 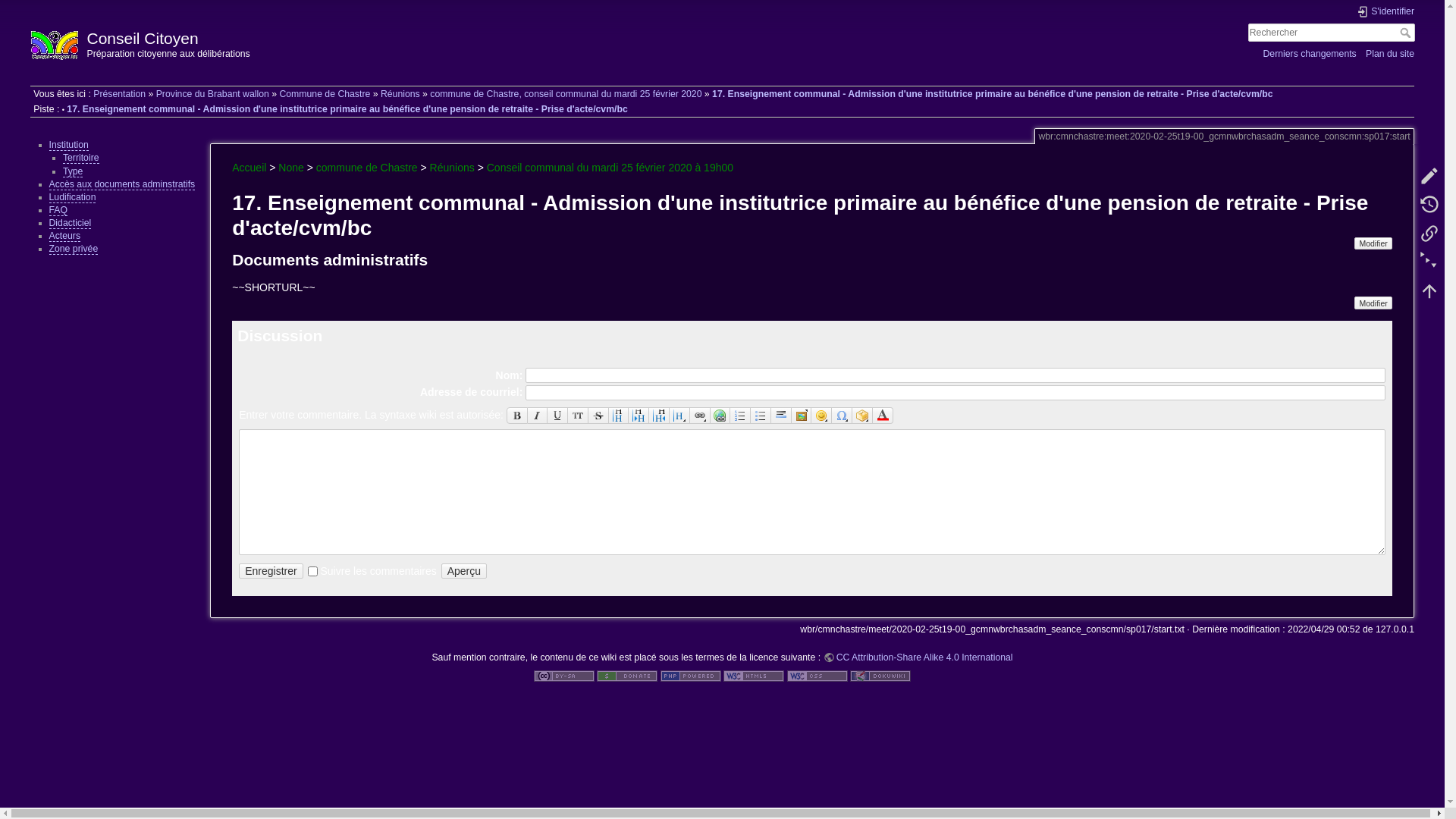 What do you see at coordinates (48, 196) in the screenshot?
I see `'Ludification'` at bounding box center [48, 196].